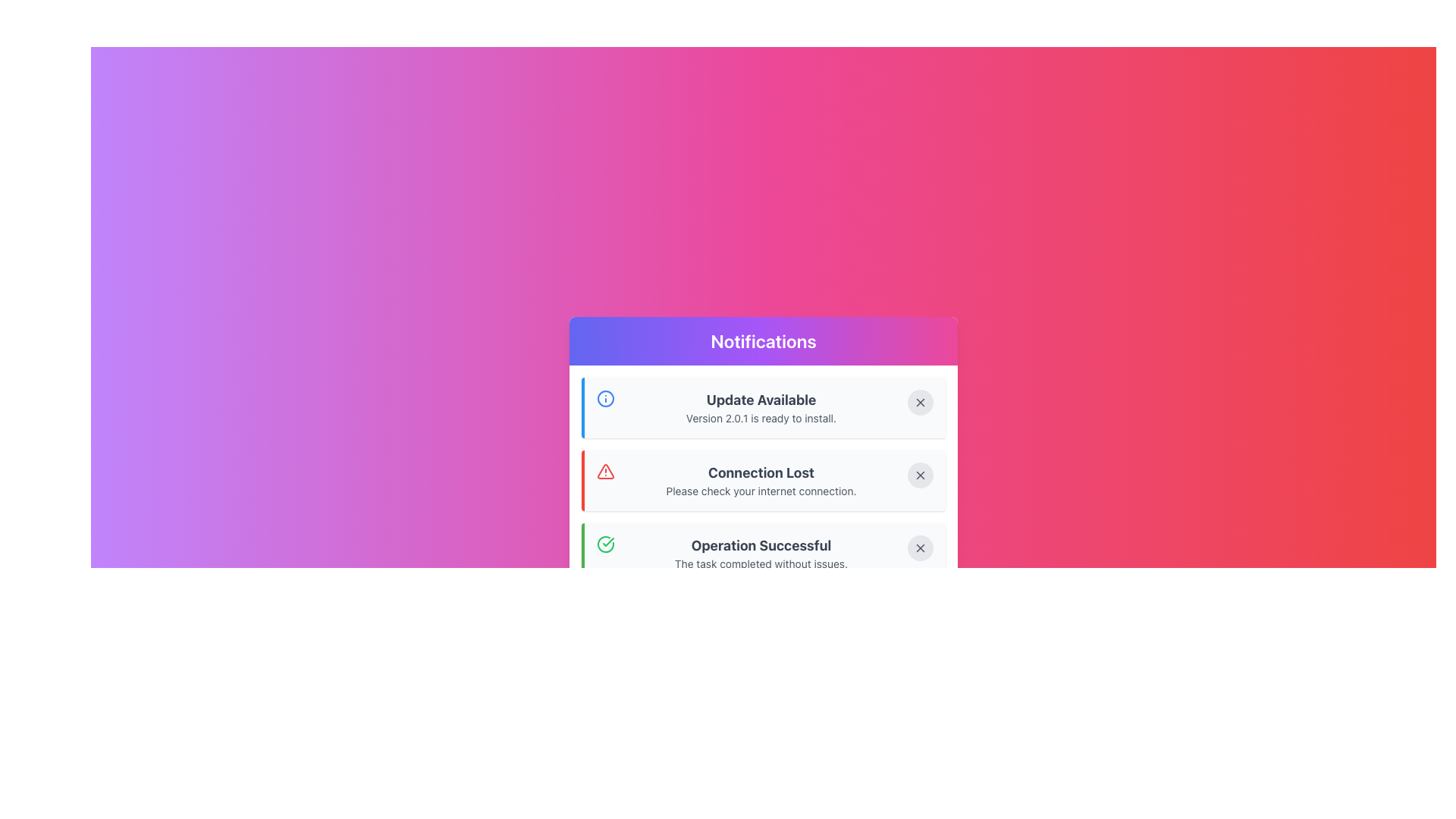 The height and width of the screenshot is (819, 1456). I want to click on the 'Update Available' label in the notifications section of the first notification card, which displays the message in bold gray font, so click(761, 400).